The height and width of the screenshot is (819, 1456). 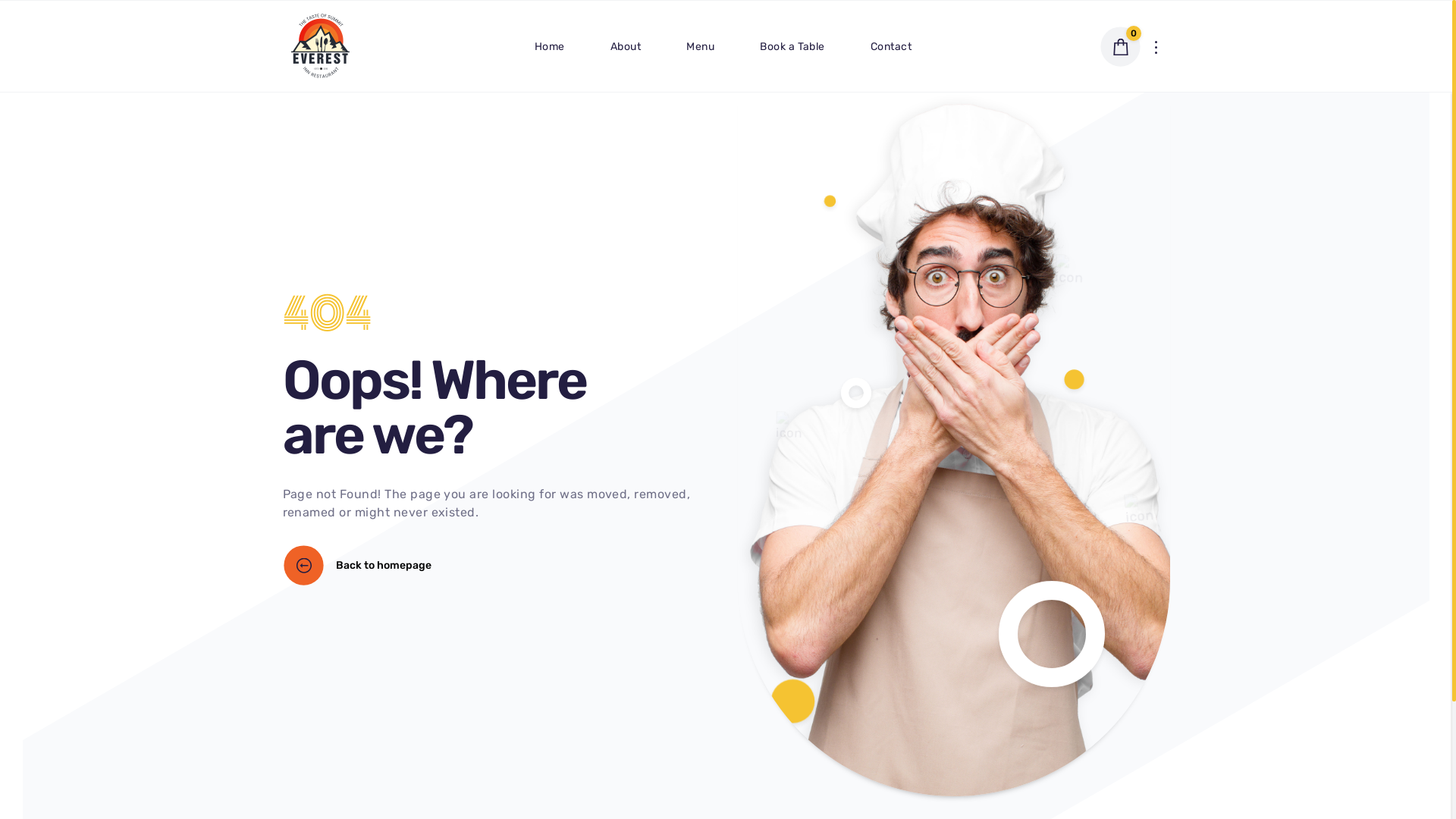 I want to click on 'About', so click(x=626, y=45).